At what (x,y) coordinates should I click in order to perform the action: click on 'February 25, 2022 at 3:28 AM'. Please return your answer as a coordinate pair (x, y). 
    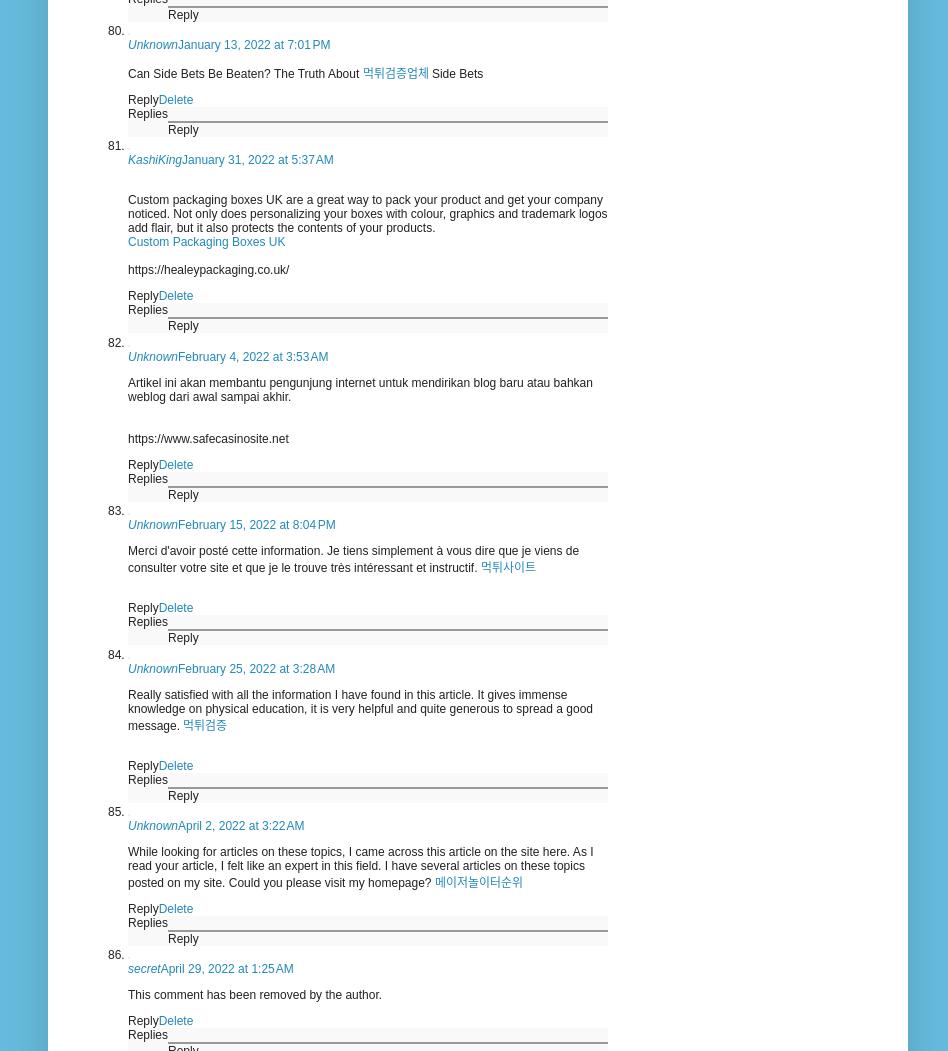
    Looking at the image, I should click on (256, 668).